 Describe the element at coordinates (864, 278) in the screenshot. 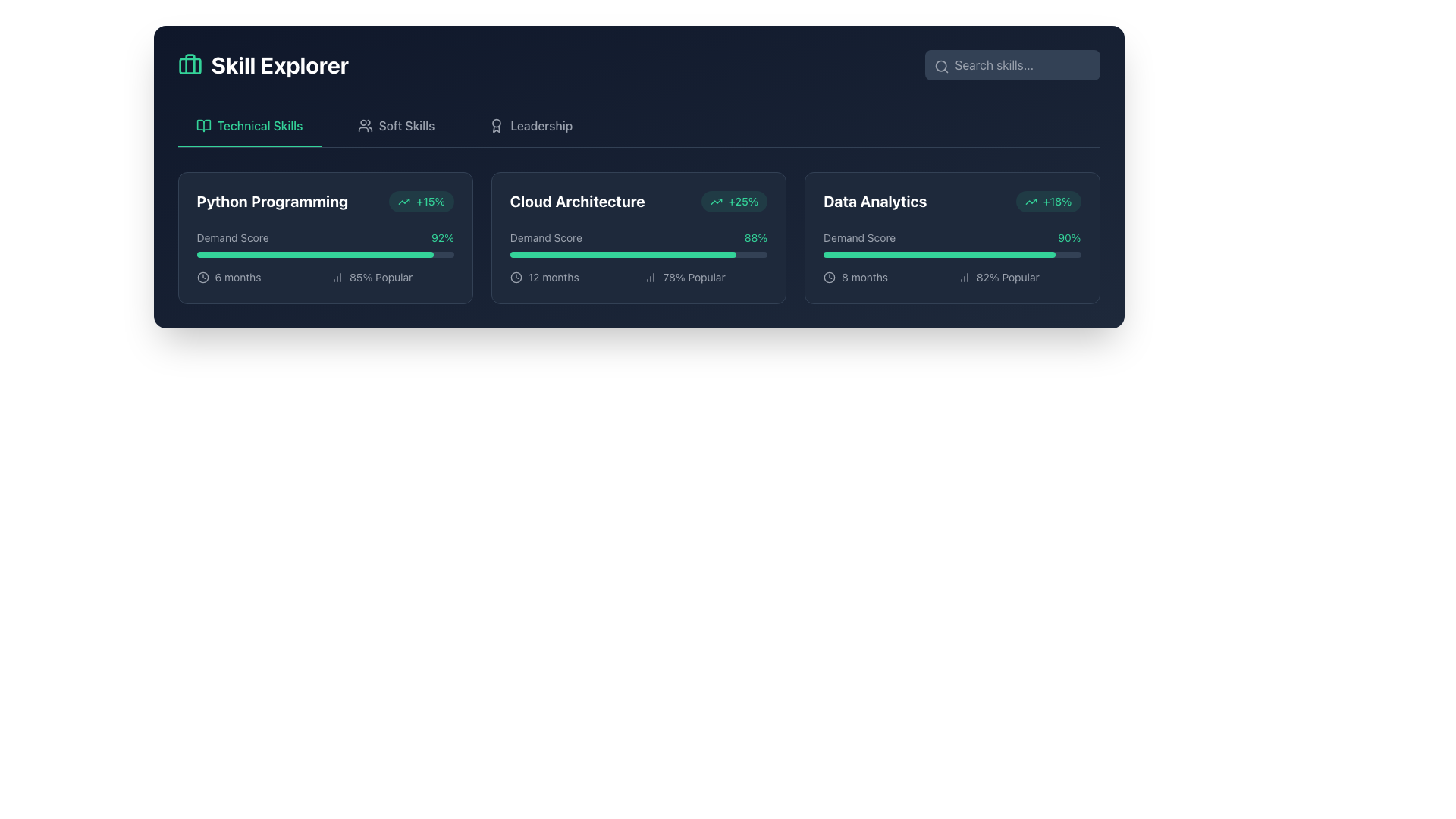

I see `text content of the Text label displaying the duration associated with the 'Data Analytics' item, located at the bottom-left corner of the 'Data Analytics' section, adjacent to a clock icon` at that location.